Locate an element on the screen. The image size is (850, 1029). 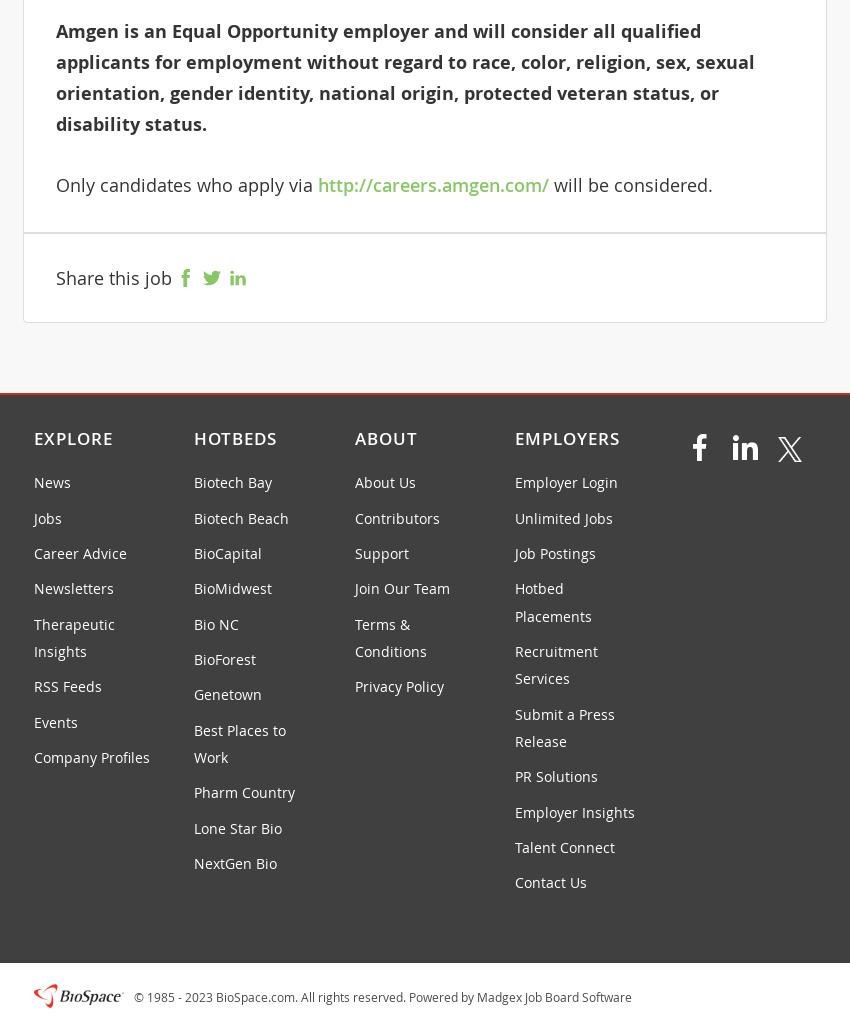
'Genetown' is located at coordinates (192, 693).